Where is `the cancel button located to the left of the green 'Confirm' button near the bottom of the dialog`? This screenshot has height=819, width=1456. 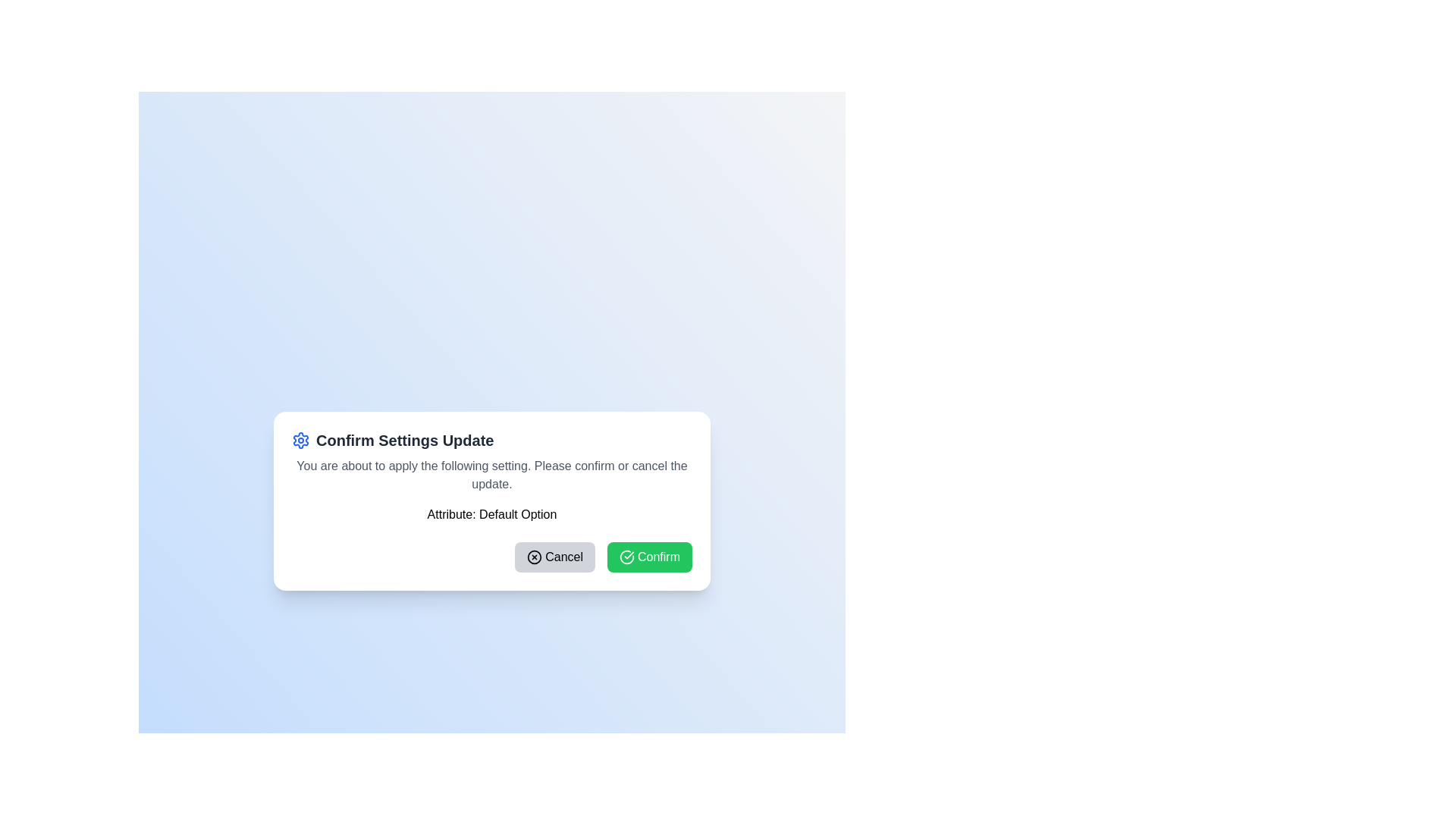 the cancel button located to the left of the green 'Confirm' button near the bottom of the dialog is located at coordinates (554, 557).